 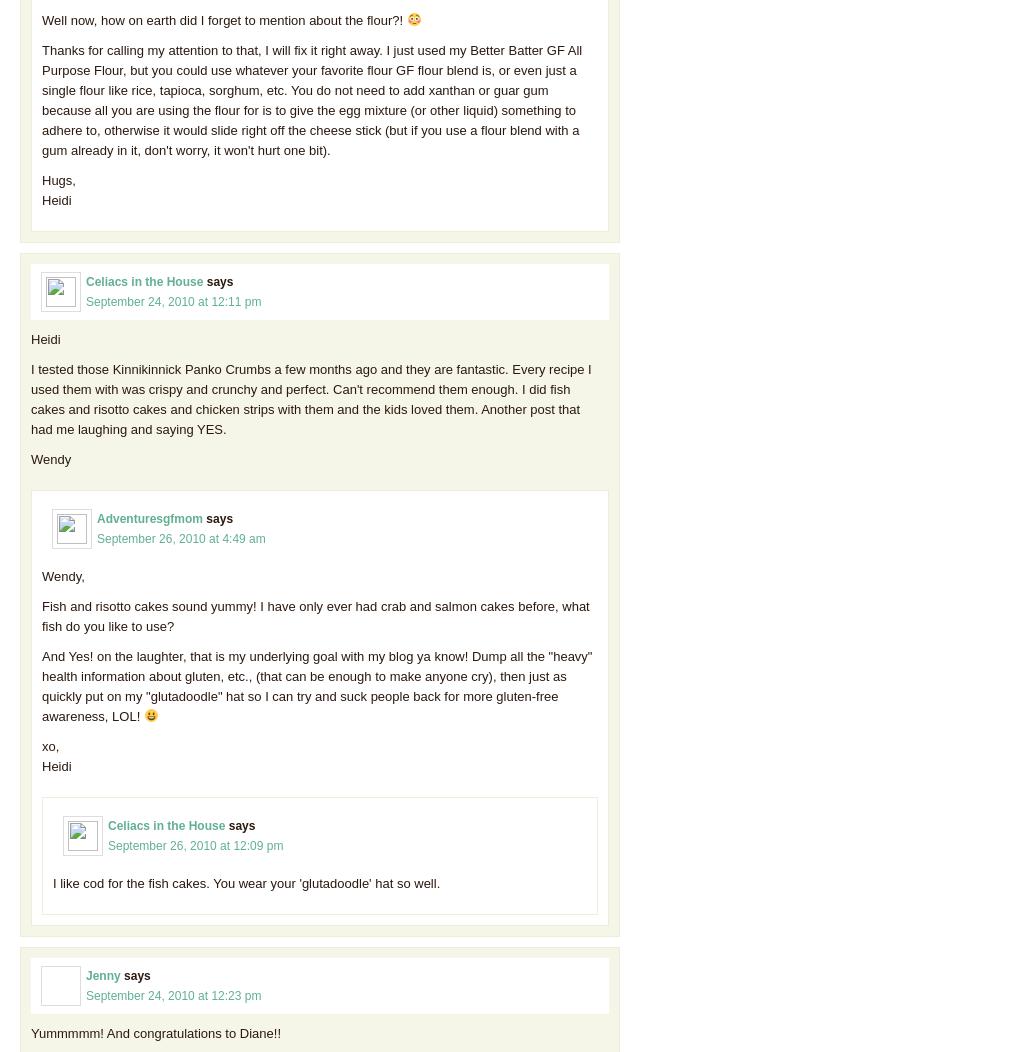 I want to click on 'September 26, 2010 at 12:09 pm', so click(x=194, y=843).